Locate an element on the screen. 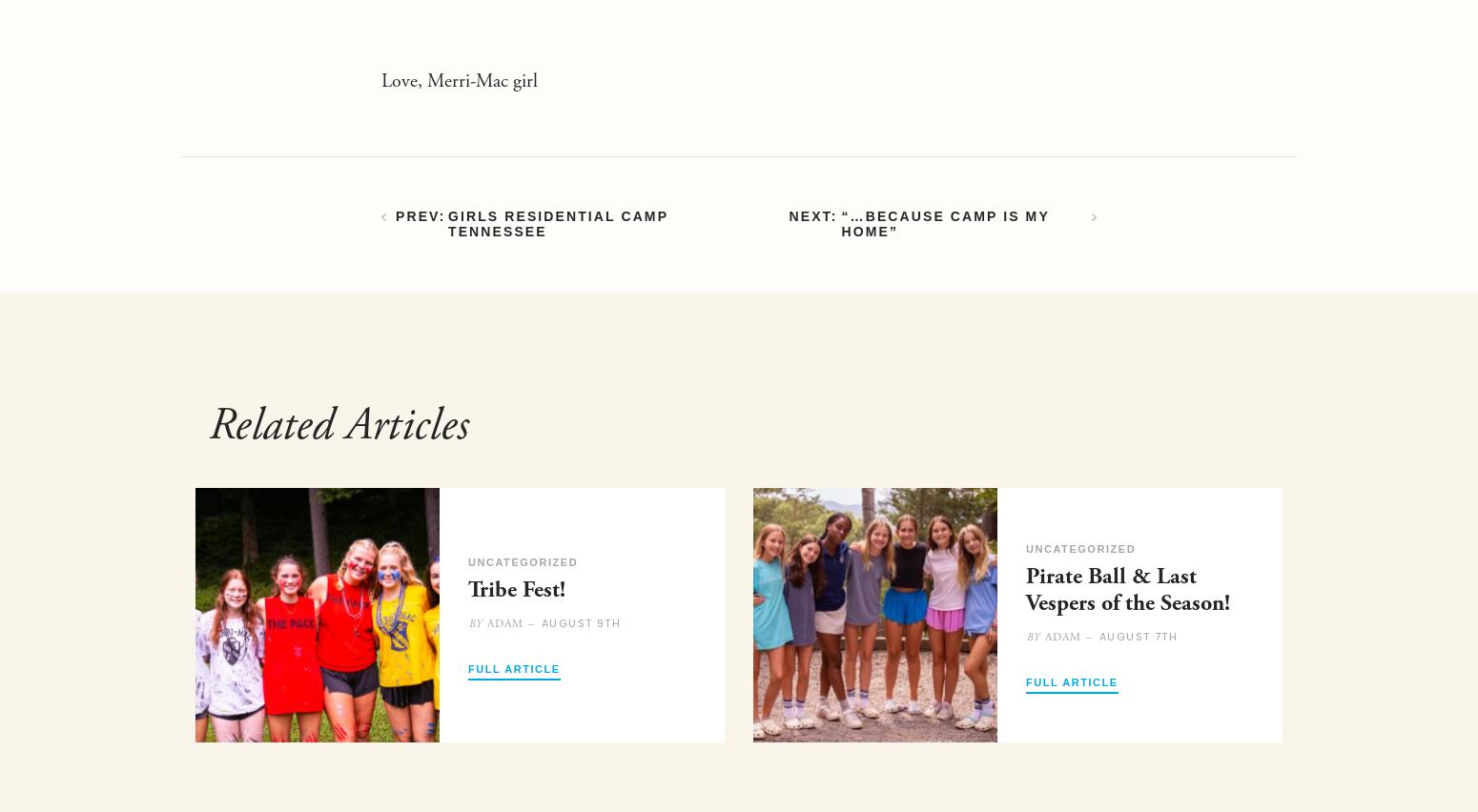  'August 7th' is located at coordinates (1138, 635).